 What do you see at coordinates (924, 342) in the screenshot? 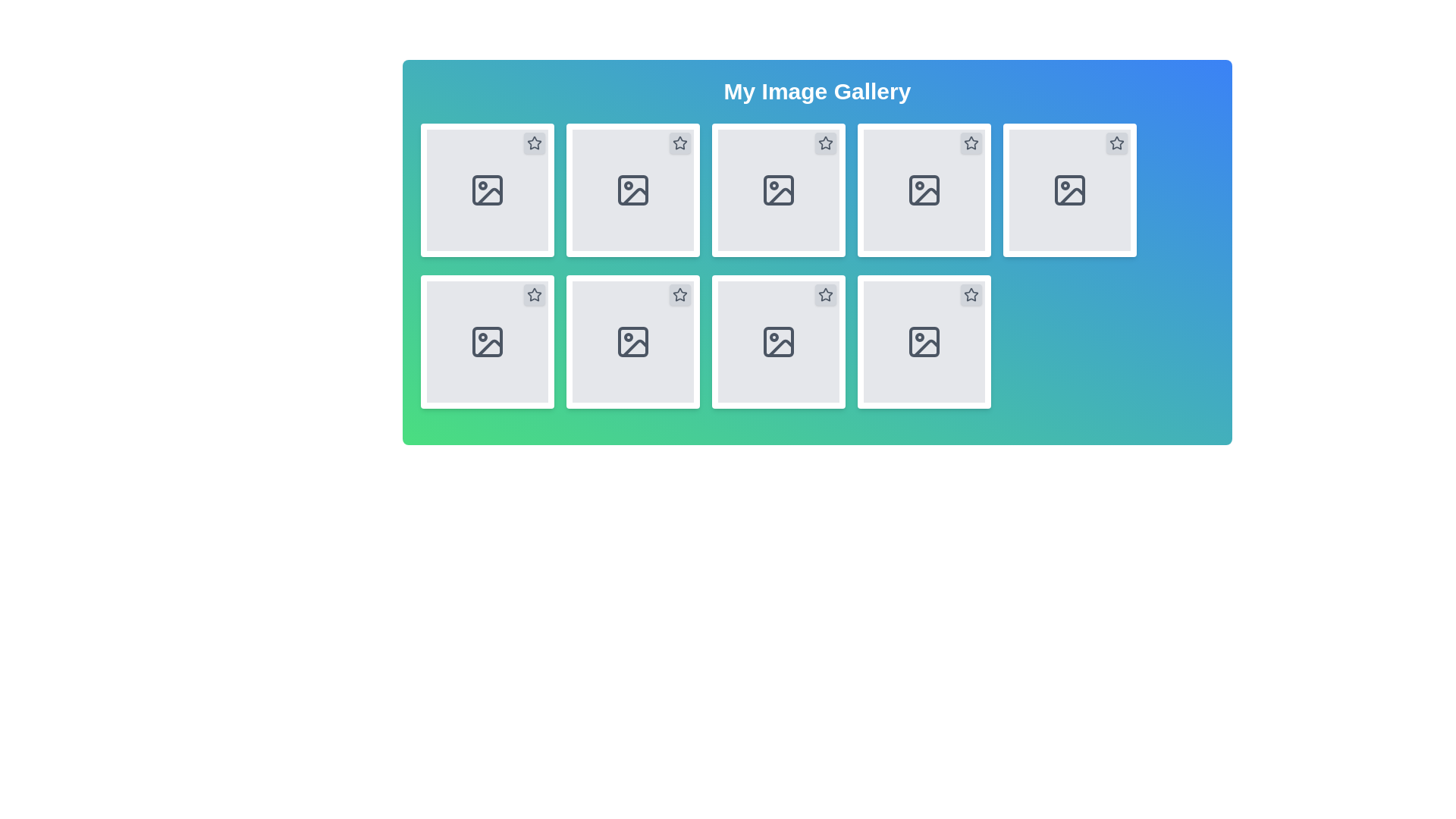
I see `the icon styled as a pictorial representation of an image, which is located in the last column of the second row within the 'My Image Gallery' grid` at bounding box center [924, 342].